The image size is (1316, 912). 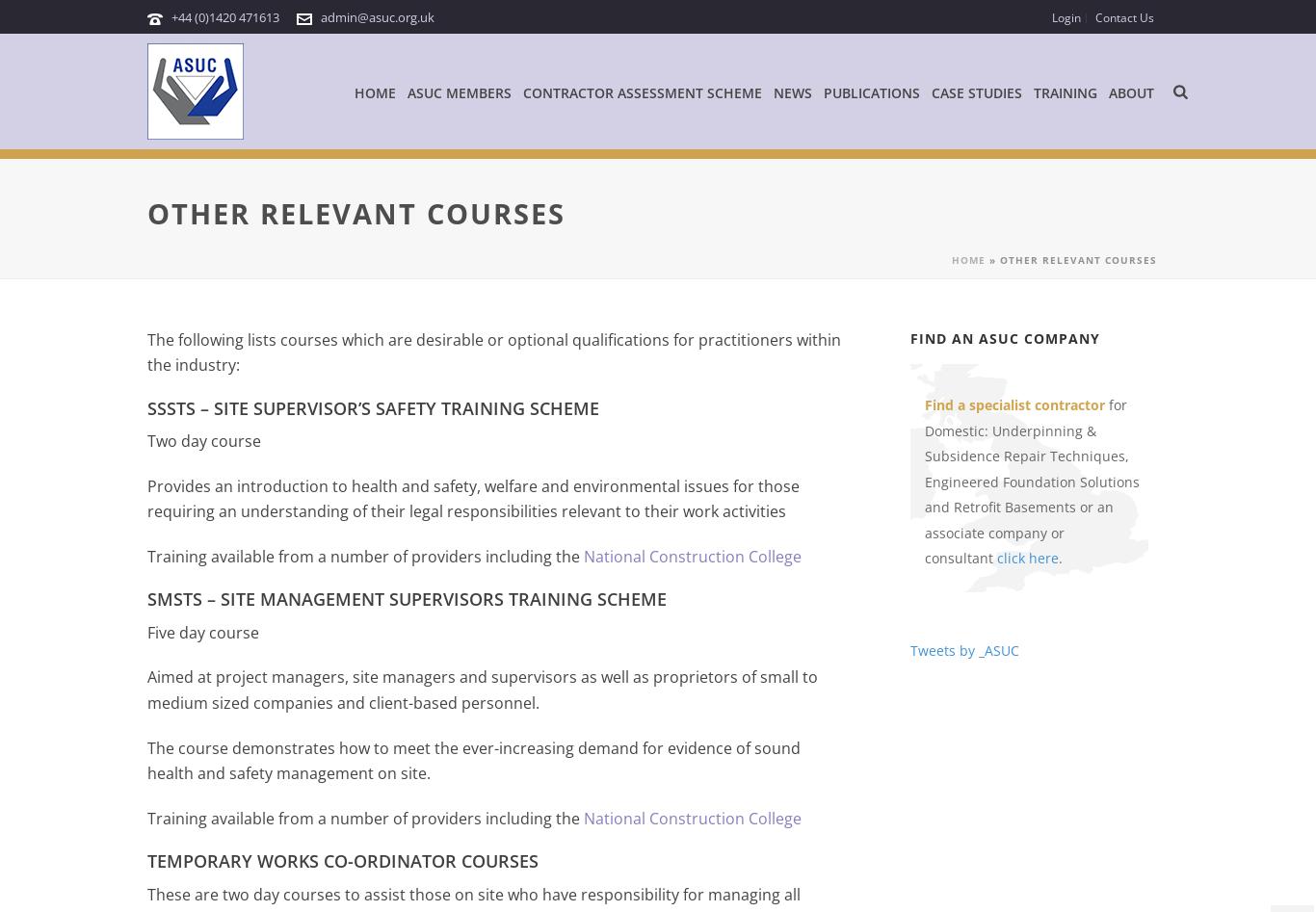 I want to click on 'Find a specialist contractor', so click(x=1013, y=404).